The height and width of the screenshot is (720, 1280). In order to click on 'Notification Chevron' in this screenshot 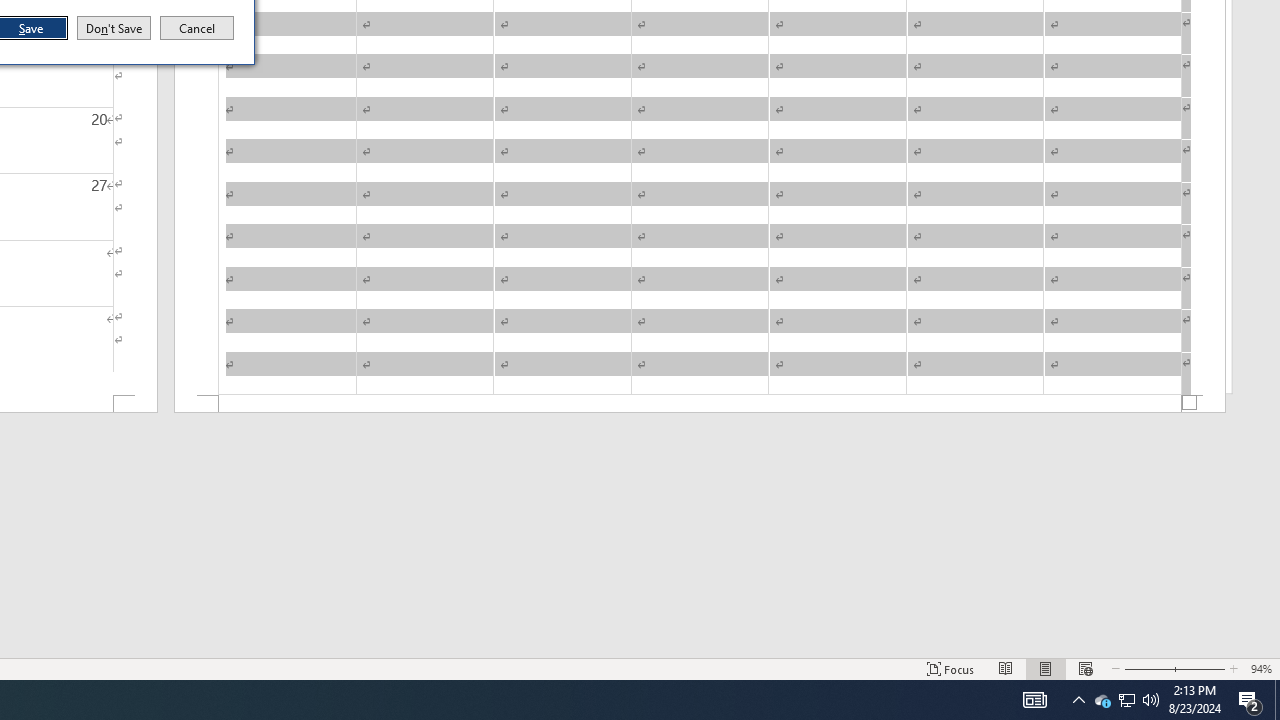, I will do `click(1078, 698)`.